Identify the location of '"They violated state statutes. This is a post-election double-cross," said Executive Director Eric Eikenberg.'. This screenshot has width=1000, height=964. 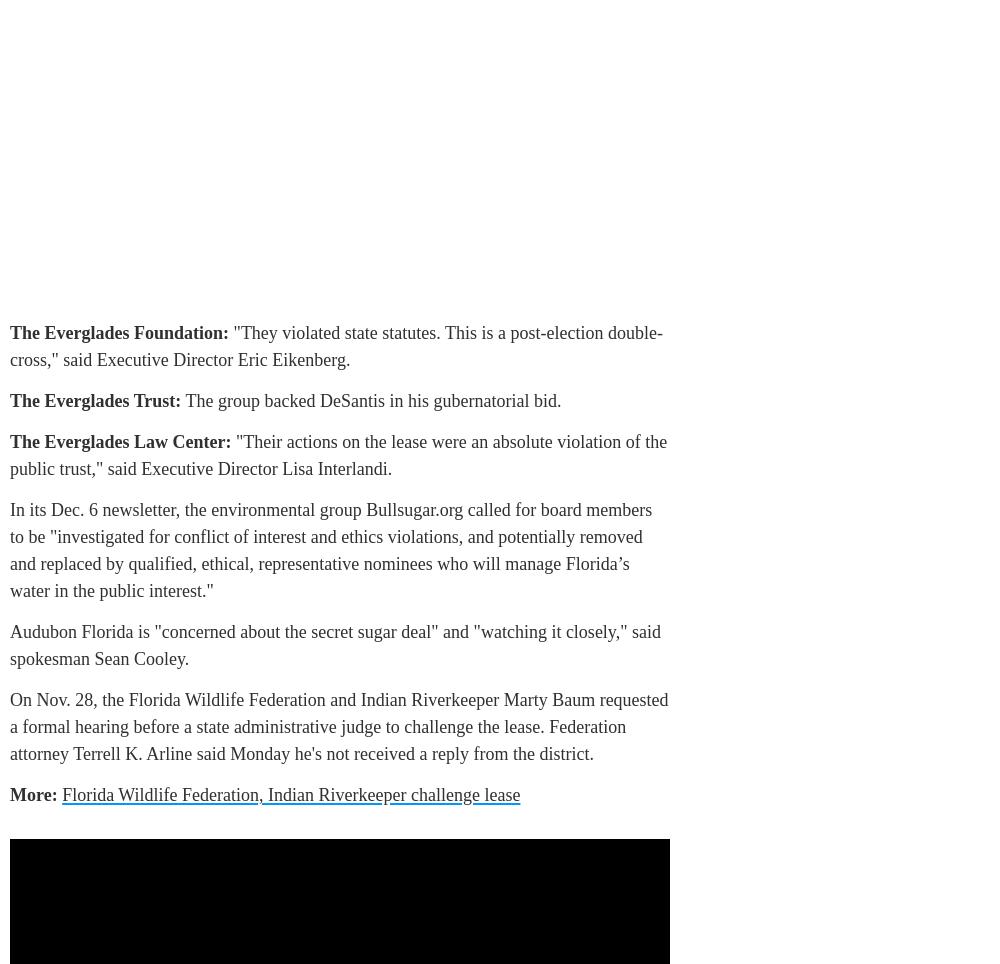
(335, 345).